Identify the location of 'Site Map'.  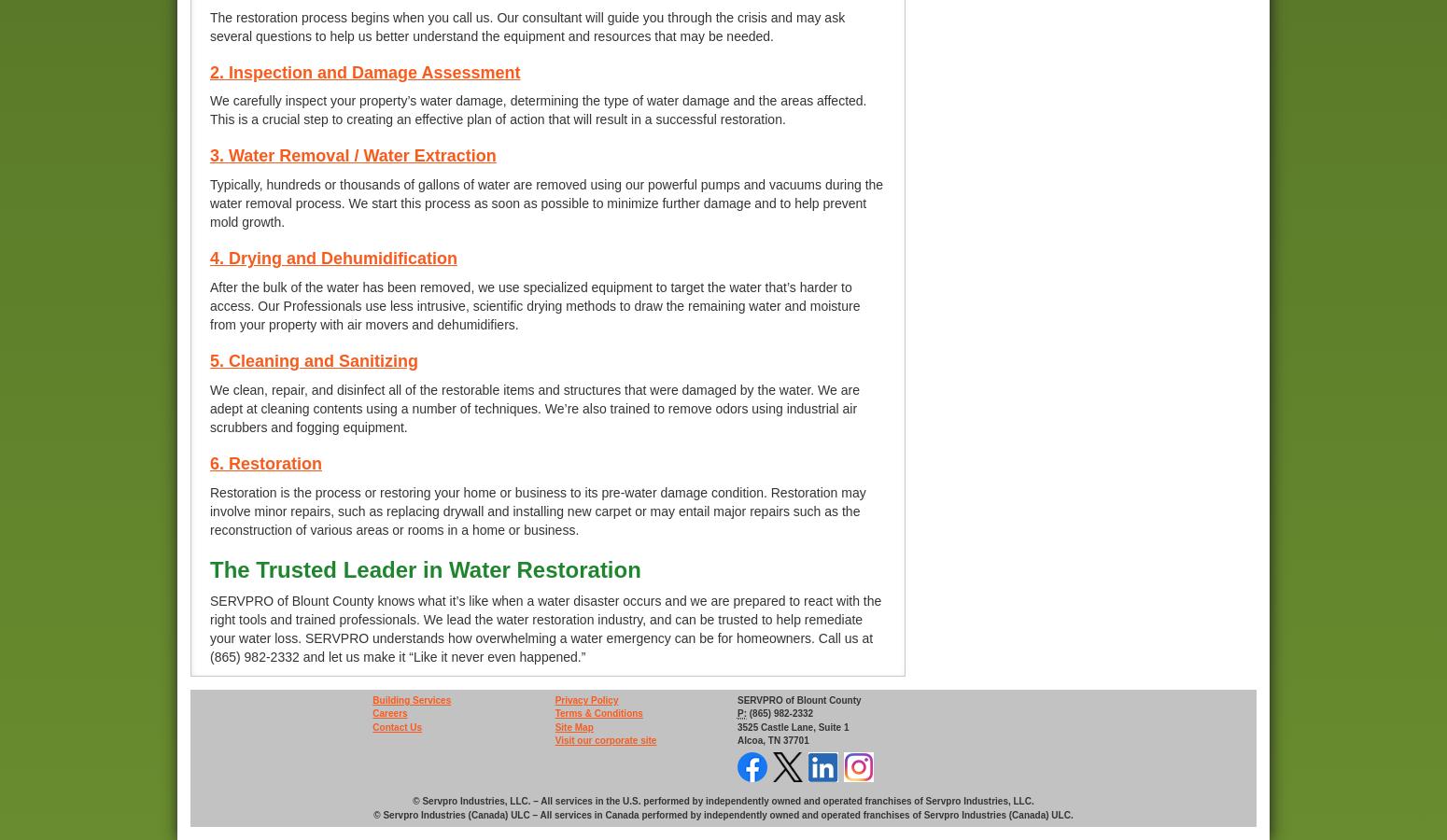
(573, 725).